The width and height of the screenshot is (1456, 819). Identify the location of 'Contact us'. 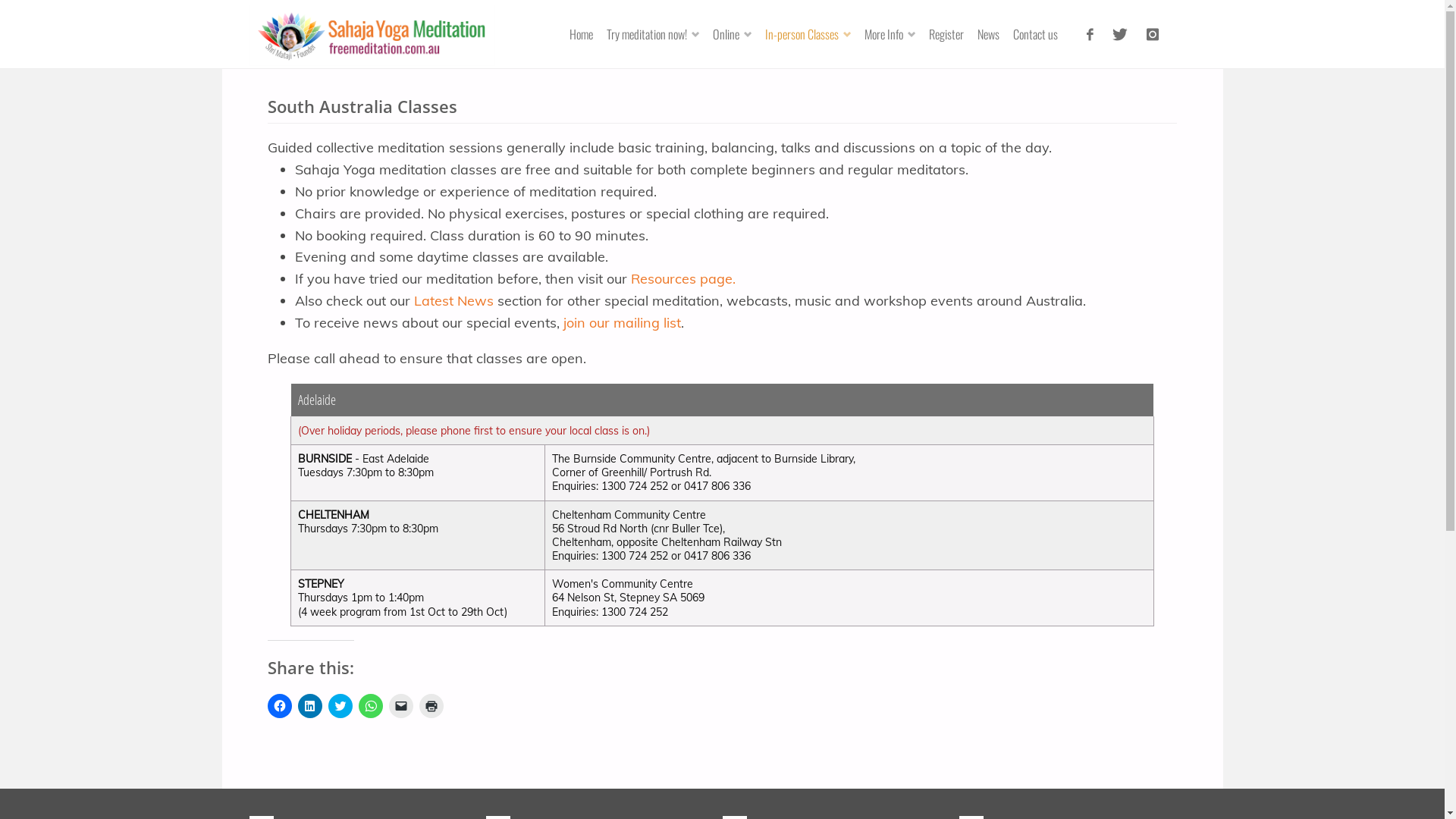
(1040, 34).